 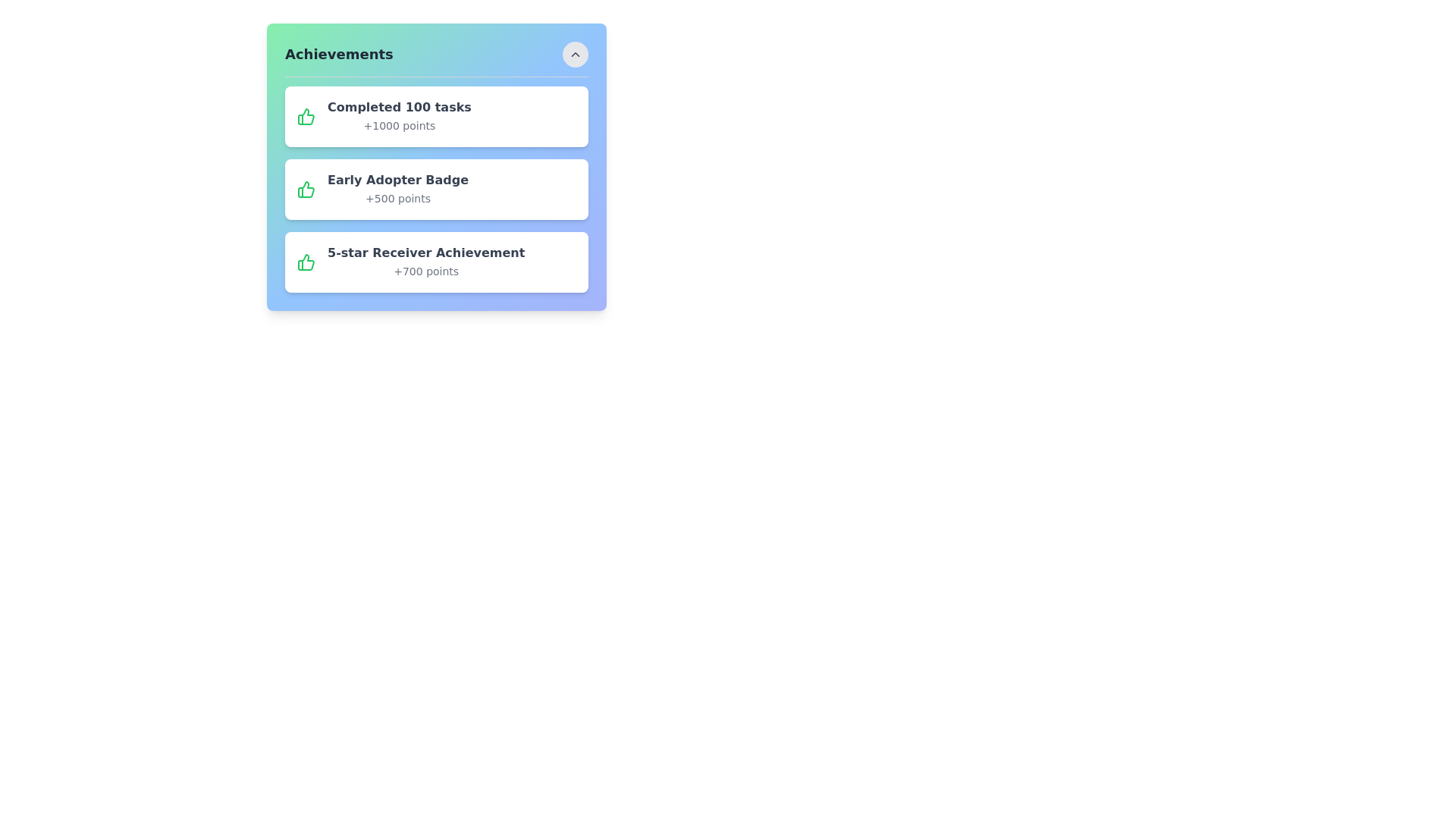 I want to click on the achievement title text label located in the third box of the 'Achievements' list, which describes the acquired achievement, so click(x=425, y=253).